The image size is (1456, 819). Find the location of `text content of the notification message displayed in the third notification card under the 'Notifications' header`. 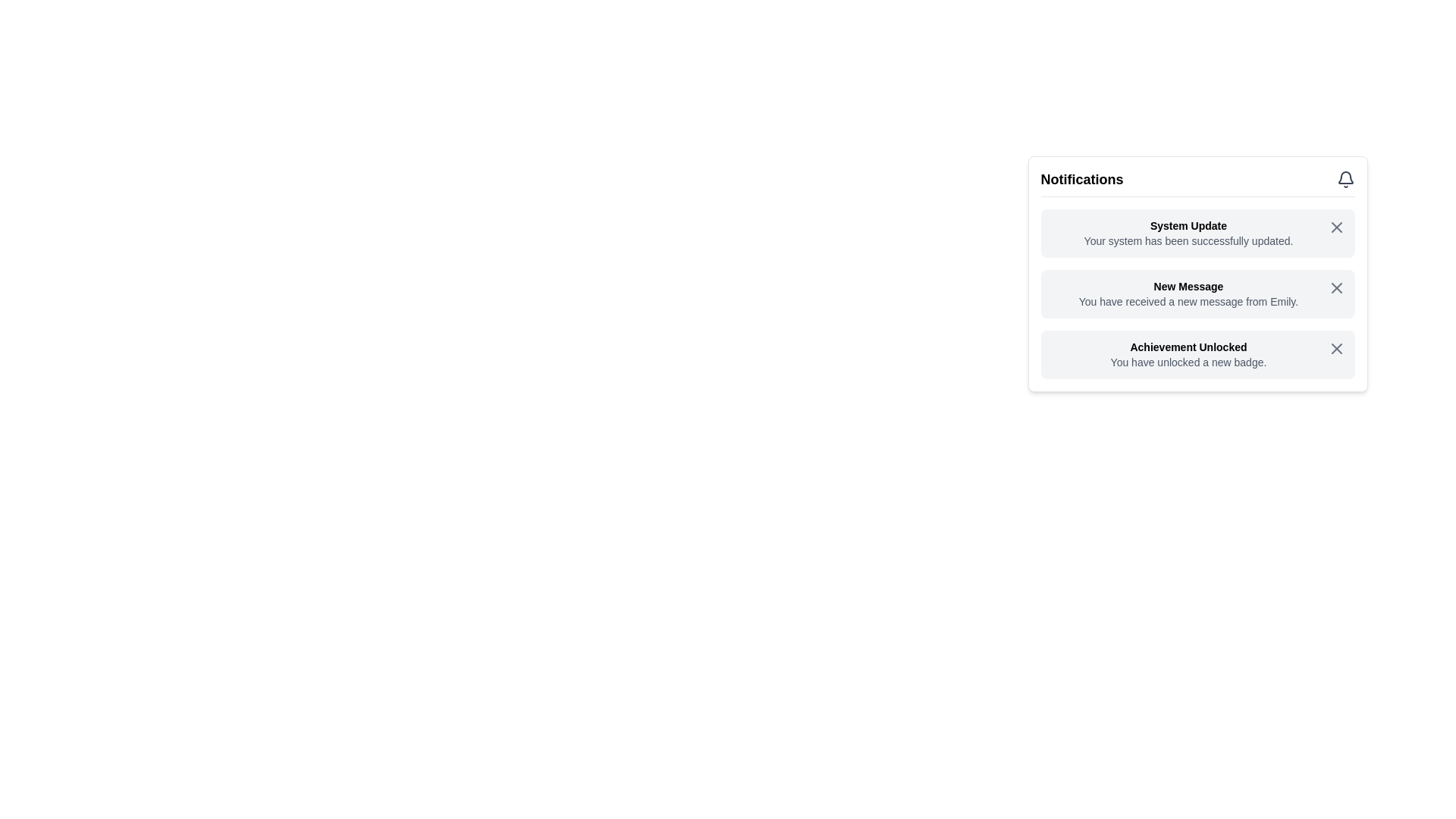

text content of the notification message displayed in the third notification card under the 'Notifications' header is located at coordinates (1188, 354).